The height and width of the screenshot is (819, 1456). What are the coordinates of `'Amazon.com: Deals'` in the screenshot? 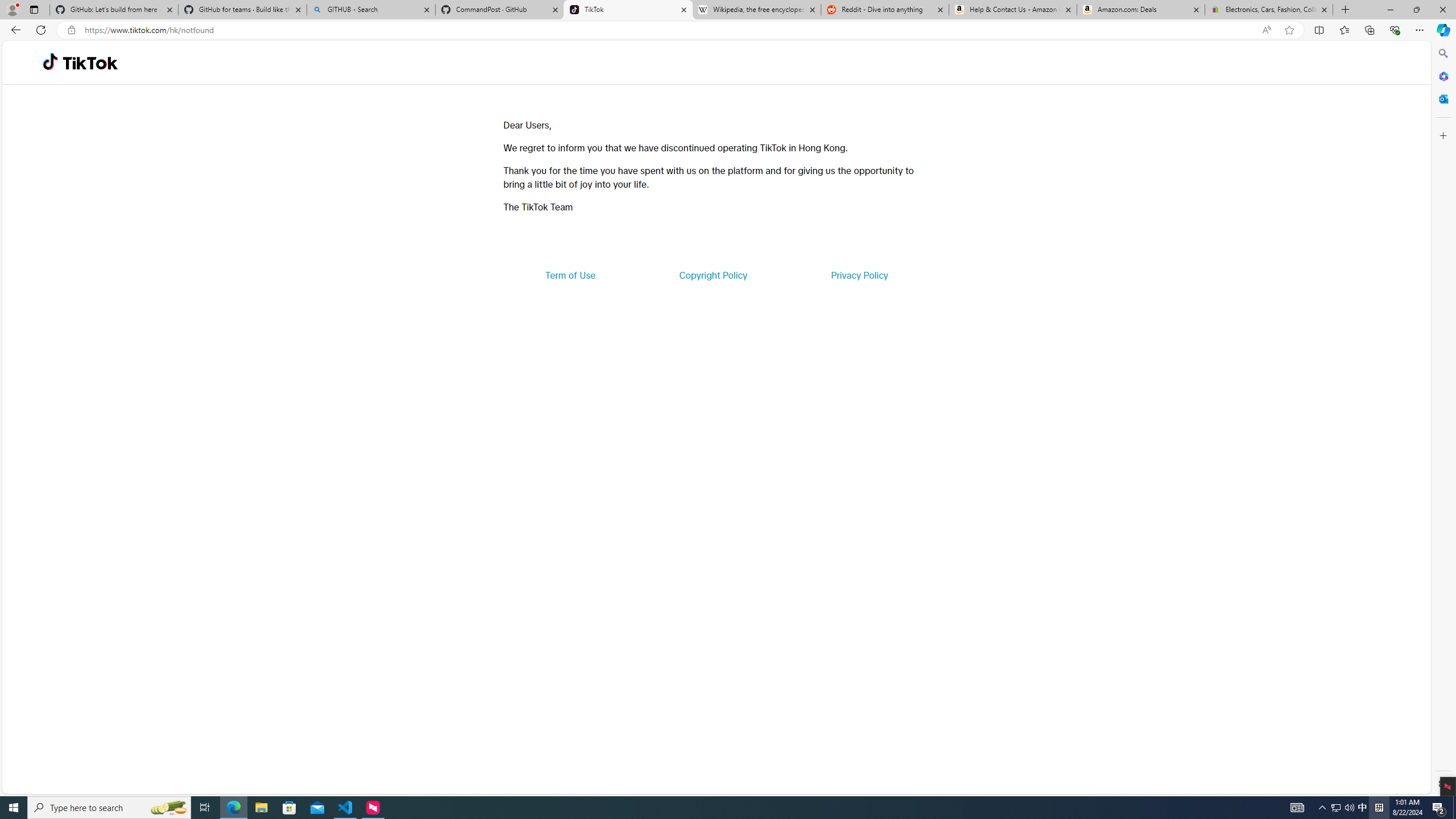 It's located at (1140, 9).